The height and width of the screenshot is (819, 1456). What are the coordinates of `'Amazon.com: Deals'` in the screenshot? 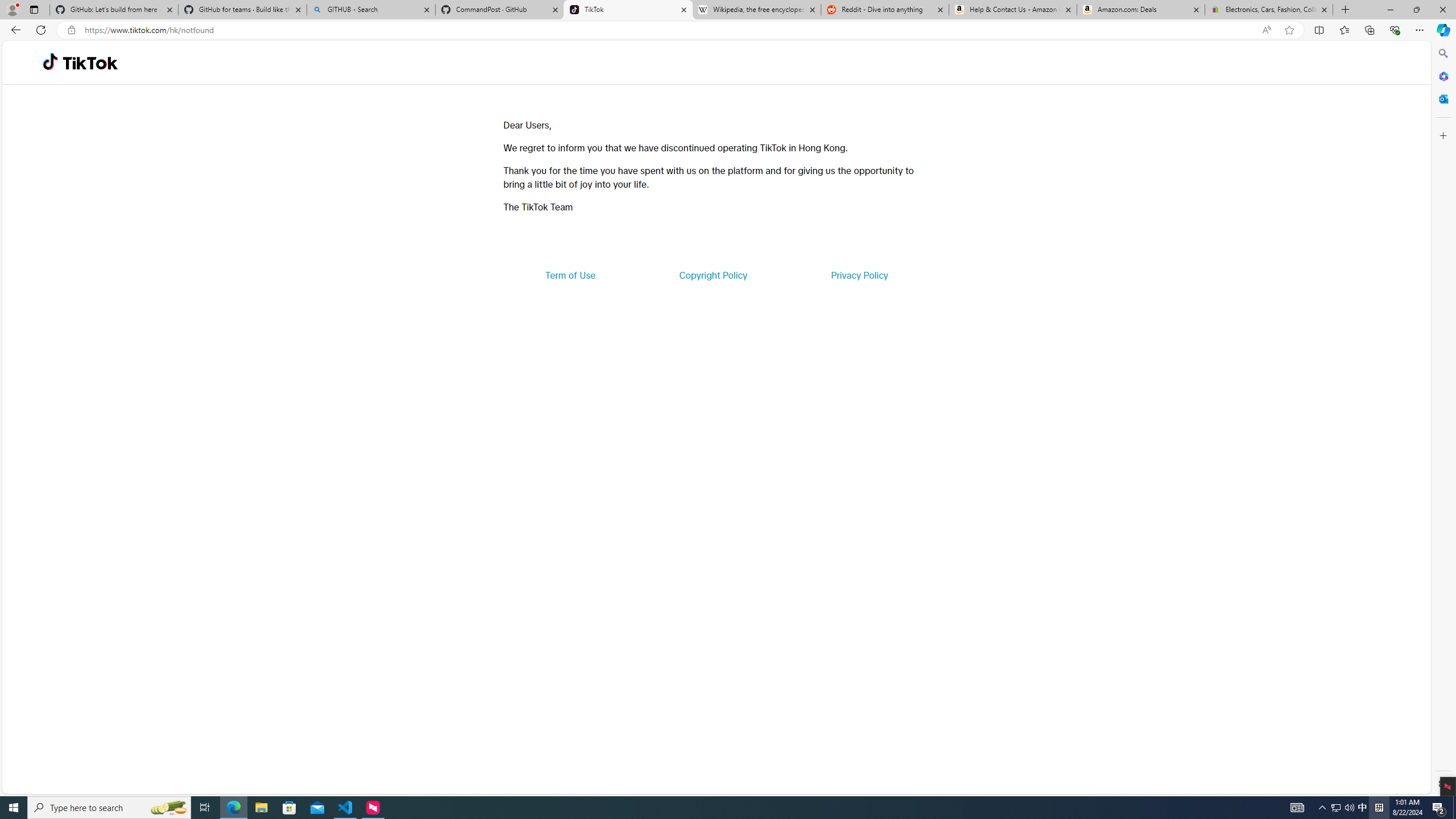 It's located at (1140, 9).